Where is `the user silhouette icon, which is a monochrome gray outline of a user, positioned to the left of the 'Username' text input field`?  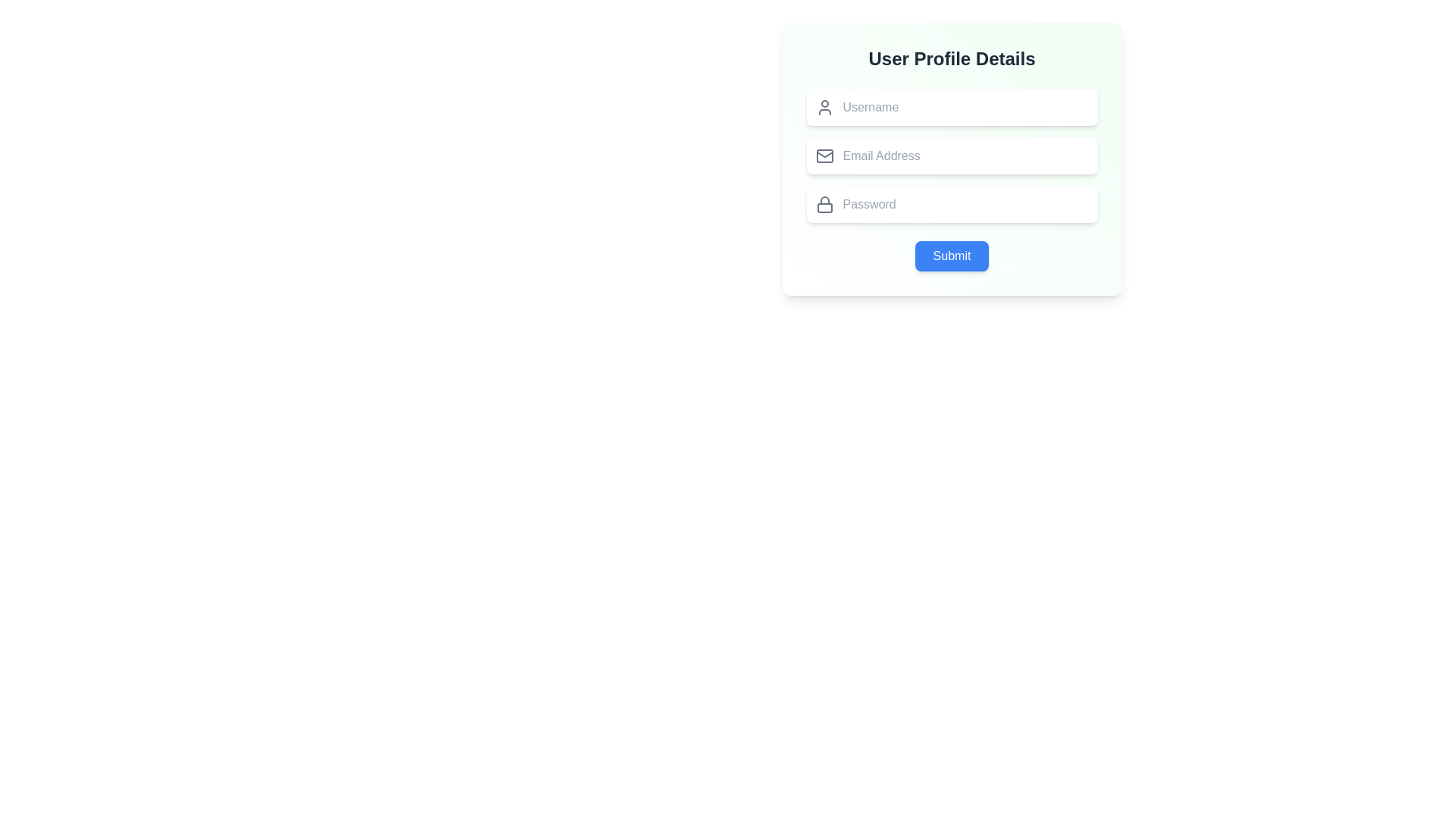 the user silhouette icon, which is a monochrome gray outline of a user, positioned to the left of the 'Username' text input field is located at coordinates (824, 107).